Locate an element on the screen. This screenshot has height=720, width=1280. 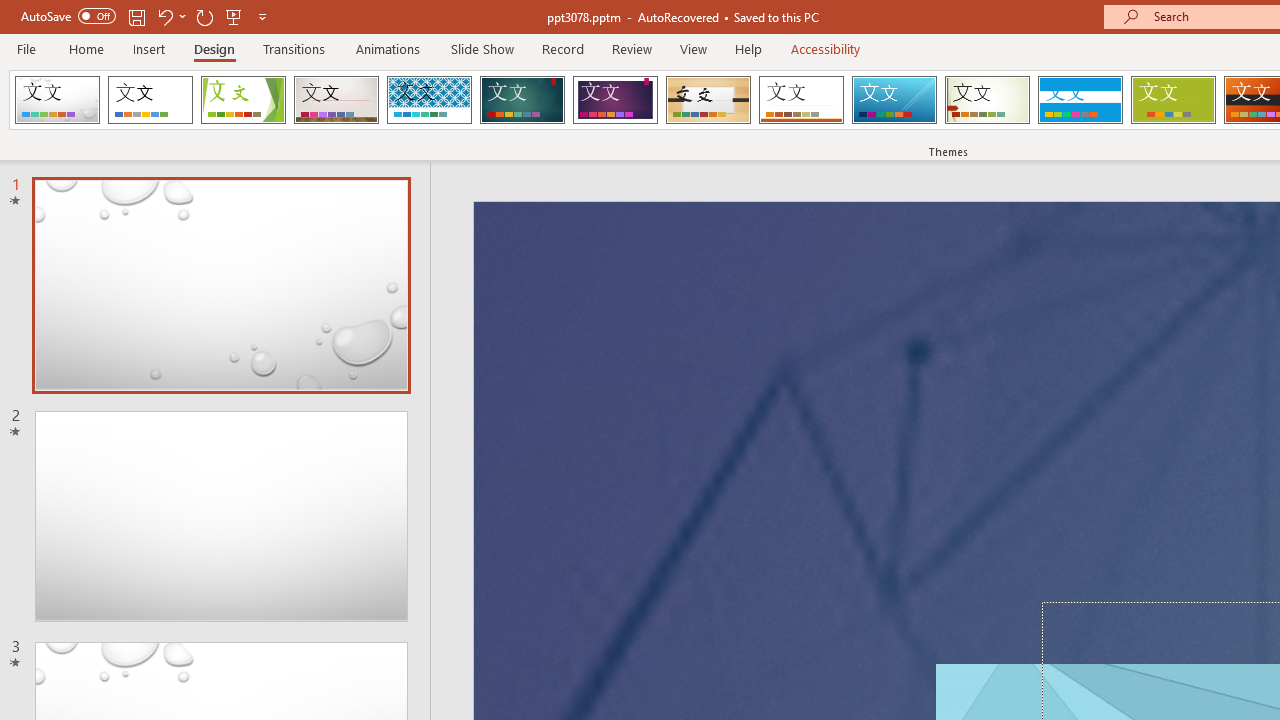
'Retrospect' is located at coordinates (801, 100).